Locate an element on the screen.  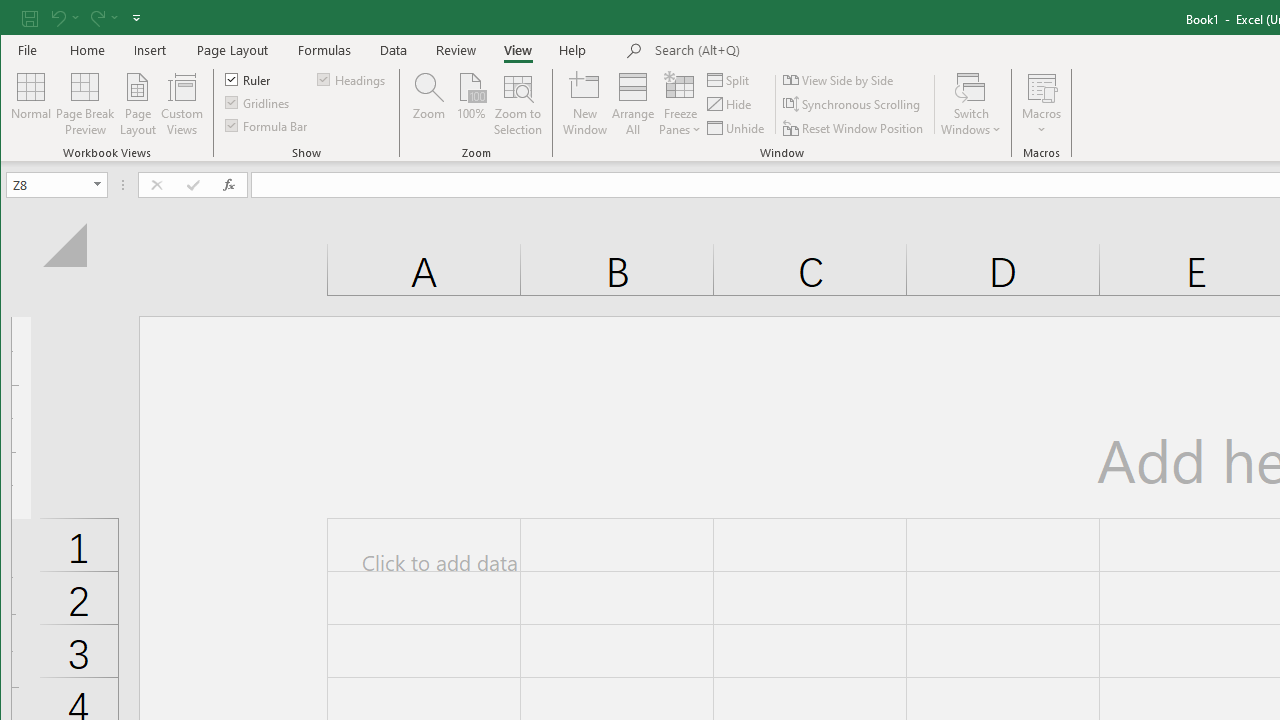
'Freeze Panes' is located at coordinates (680, 104).